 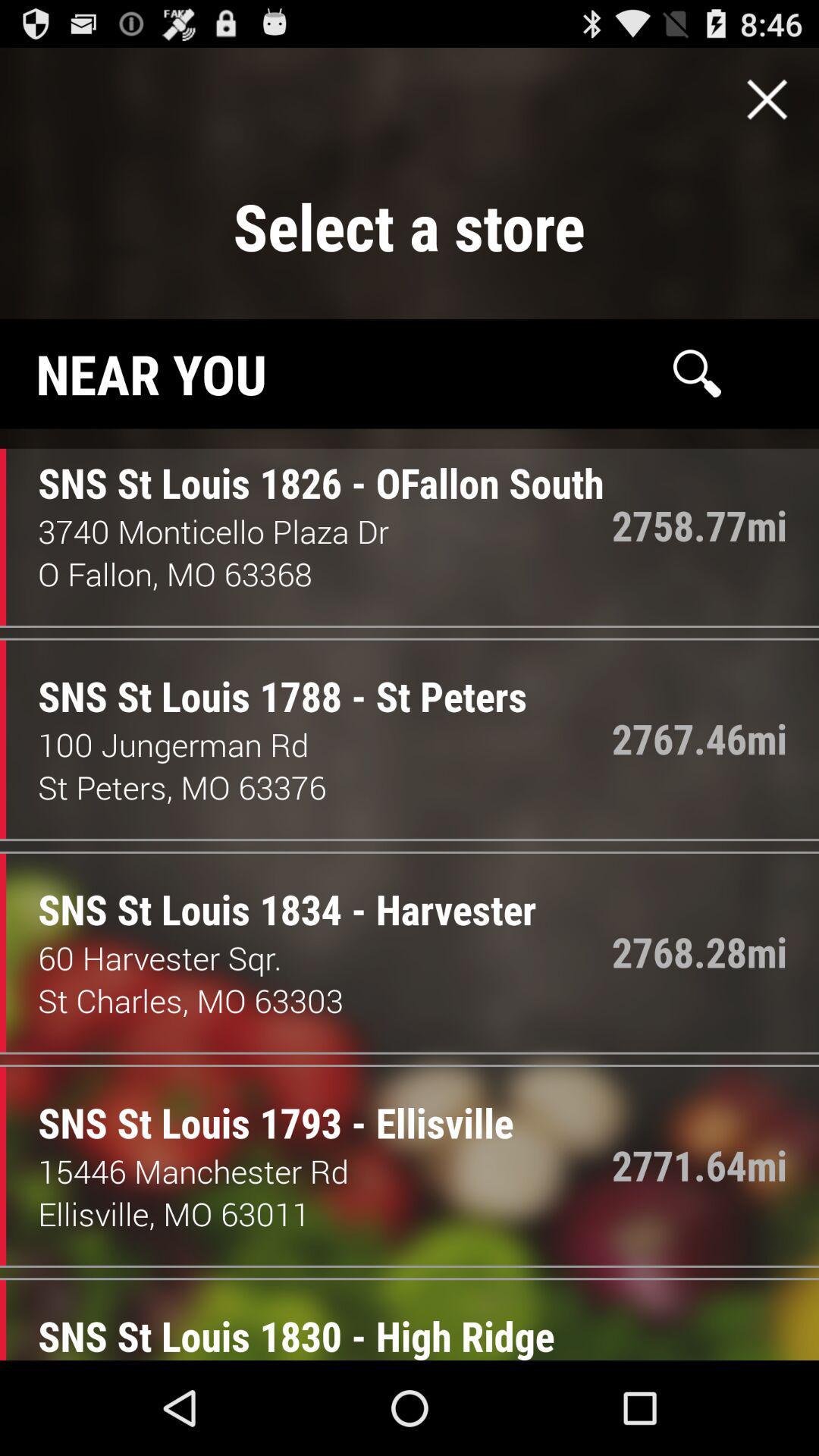 What do you see at coordinates (767, 99) in the screenshot?
I see `button` at bounding box center [767, 99].